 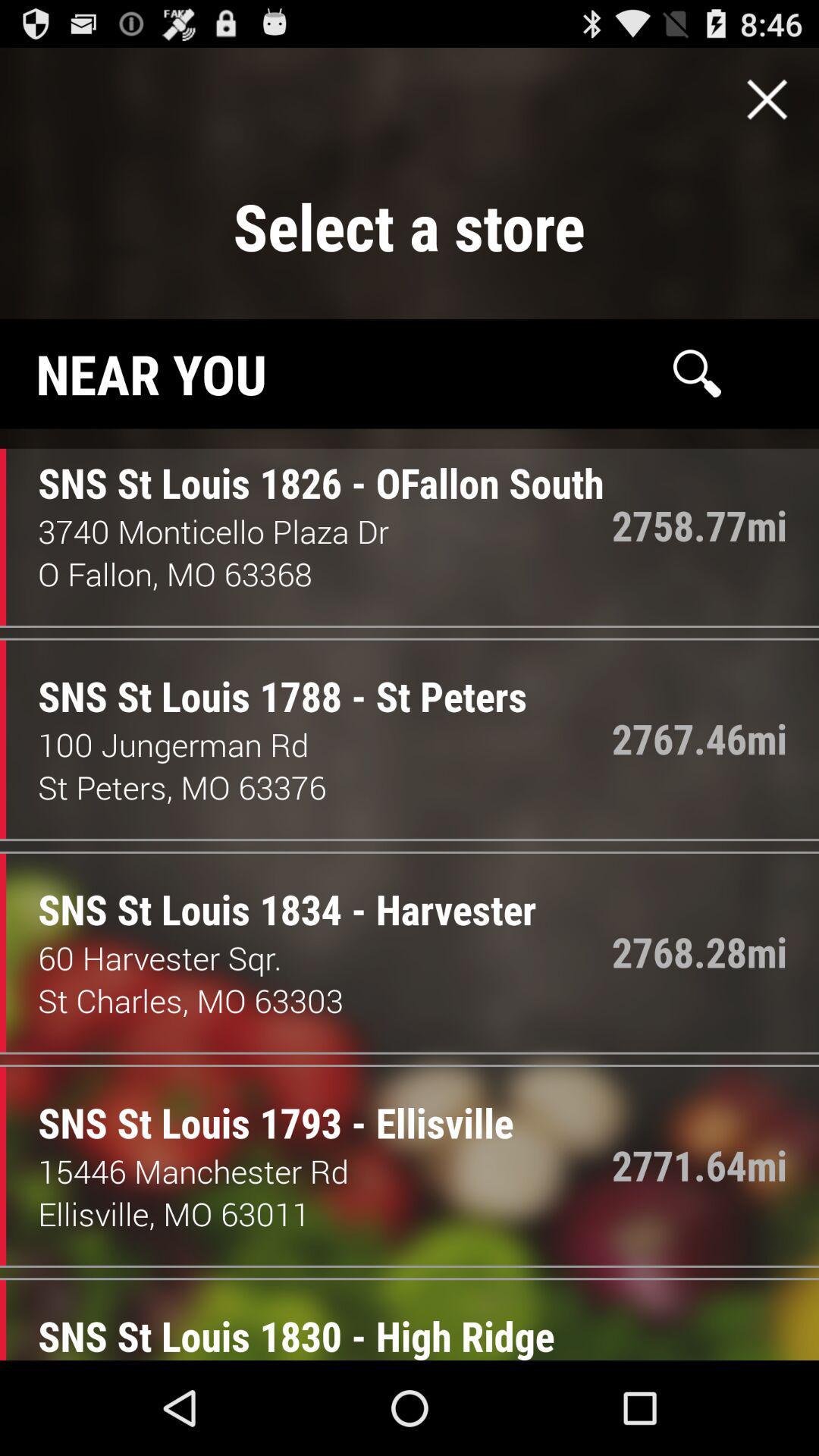 What do you see at coordinates (767, 99) in the screenshot?
I see `button` at bounding box center [767, 99].